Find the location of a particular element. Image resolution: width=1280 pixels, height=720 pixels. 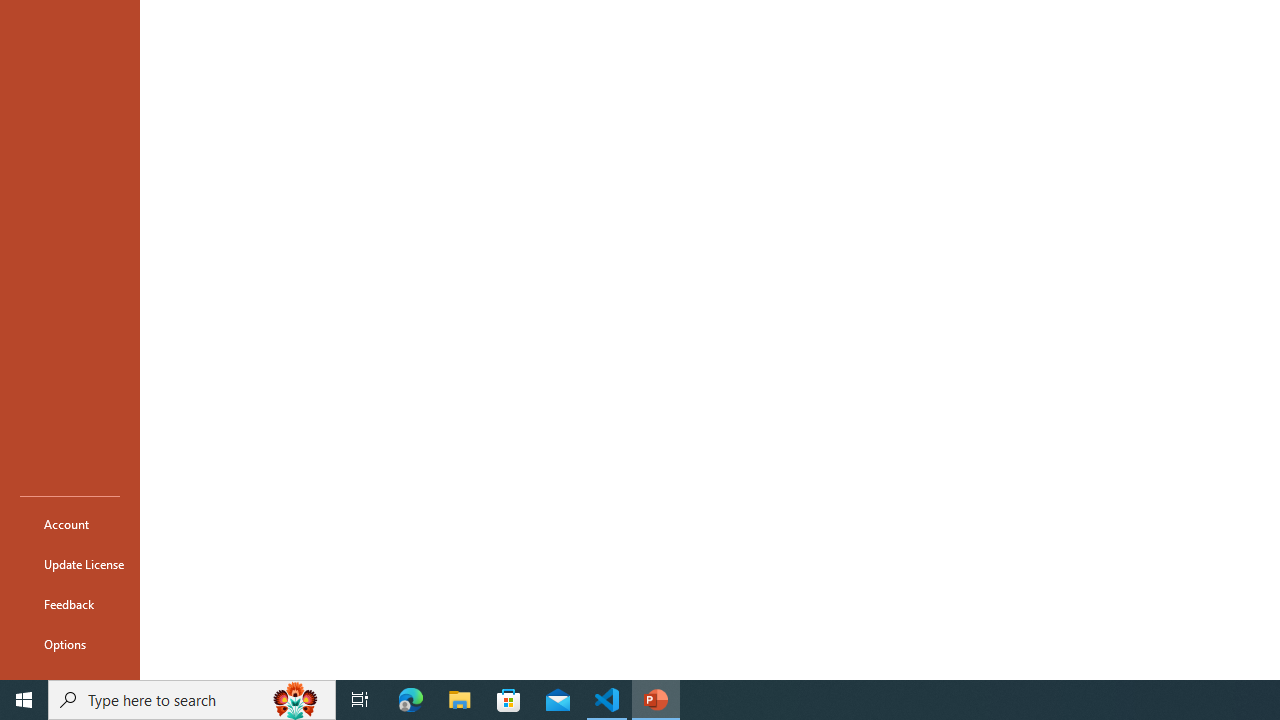

'Feedback' is located at coordinates (69, 603).